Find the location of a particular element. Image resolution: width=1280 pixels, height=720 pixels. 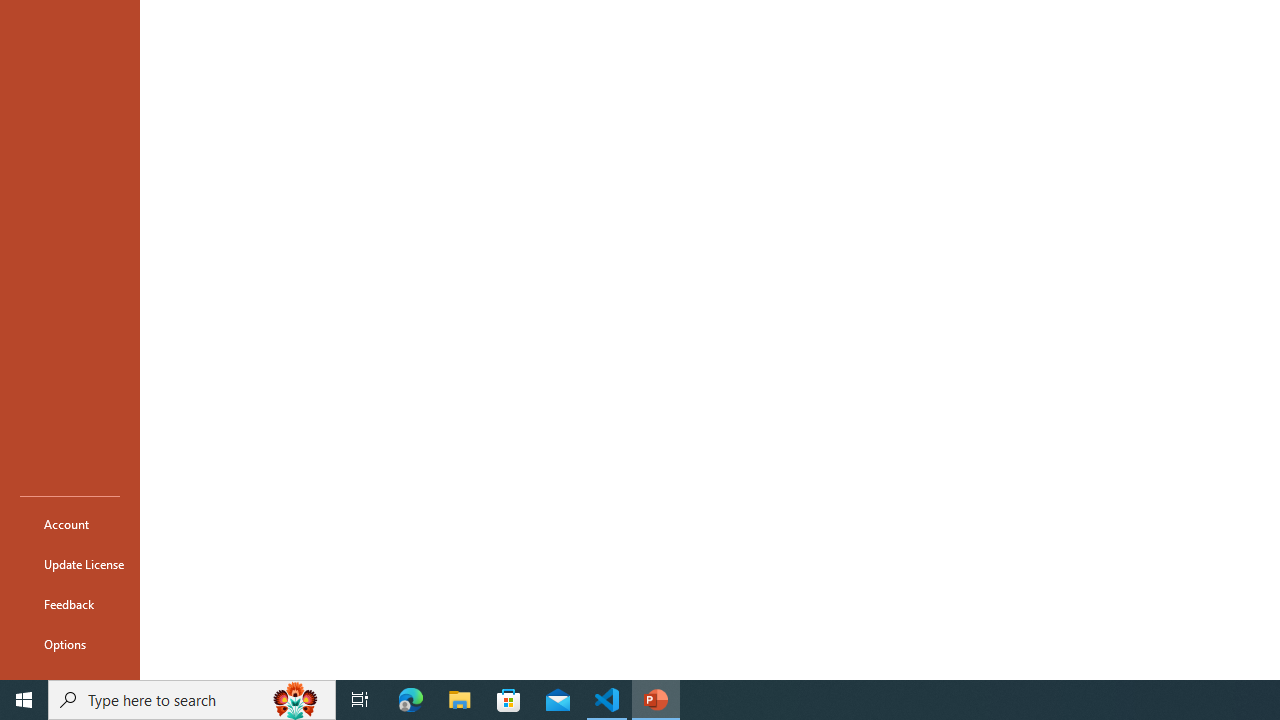

'Feedback' is located at coordinates (69, 603).